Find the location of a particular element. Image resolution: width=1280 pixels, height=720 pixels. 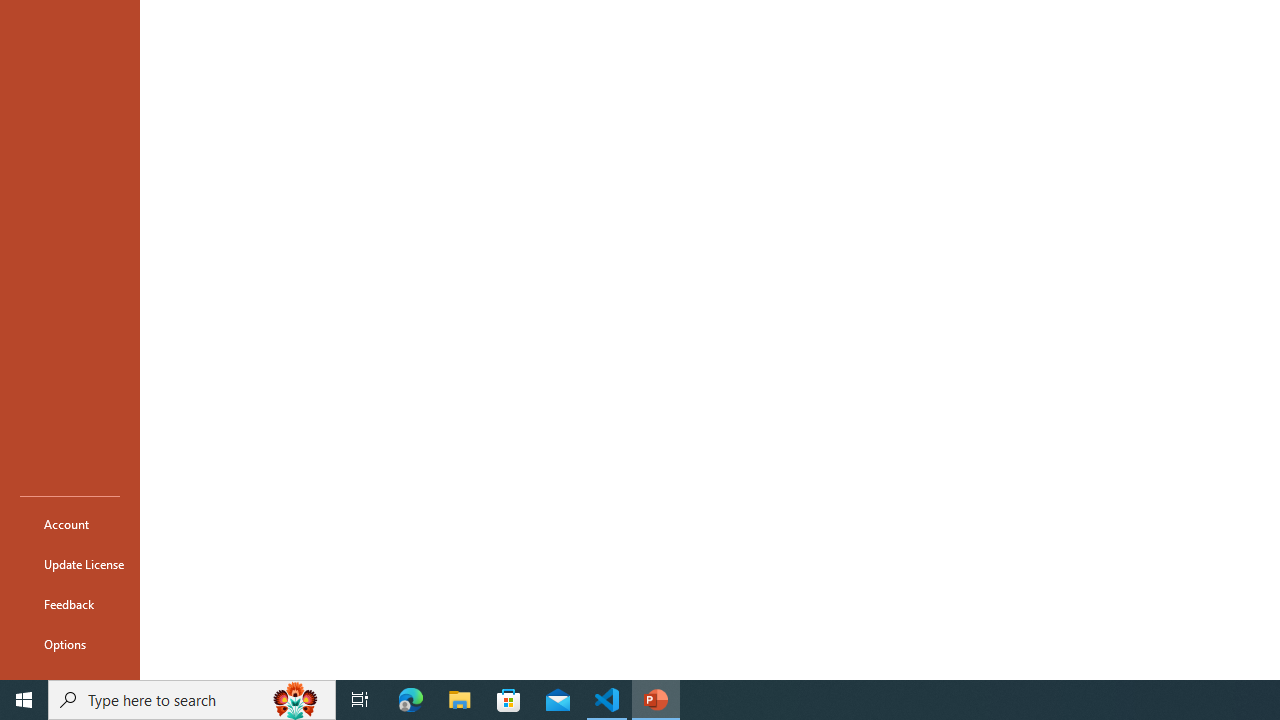

'Feedback' is located at coordinates (69, 603).